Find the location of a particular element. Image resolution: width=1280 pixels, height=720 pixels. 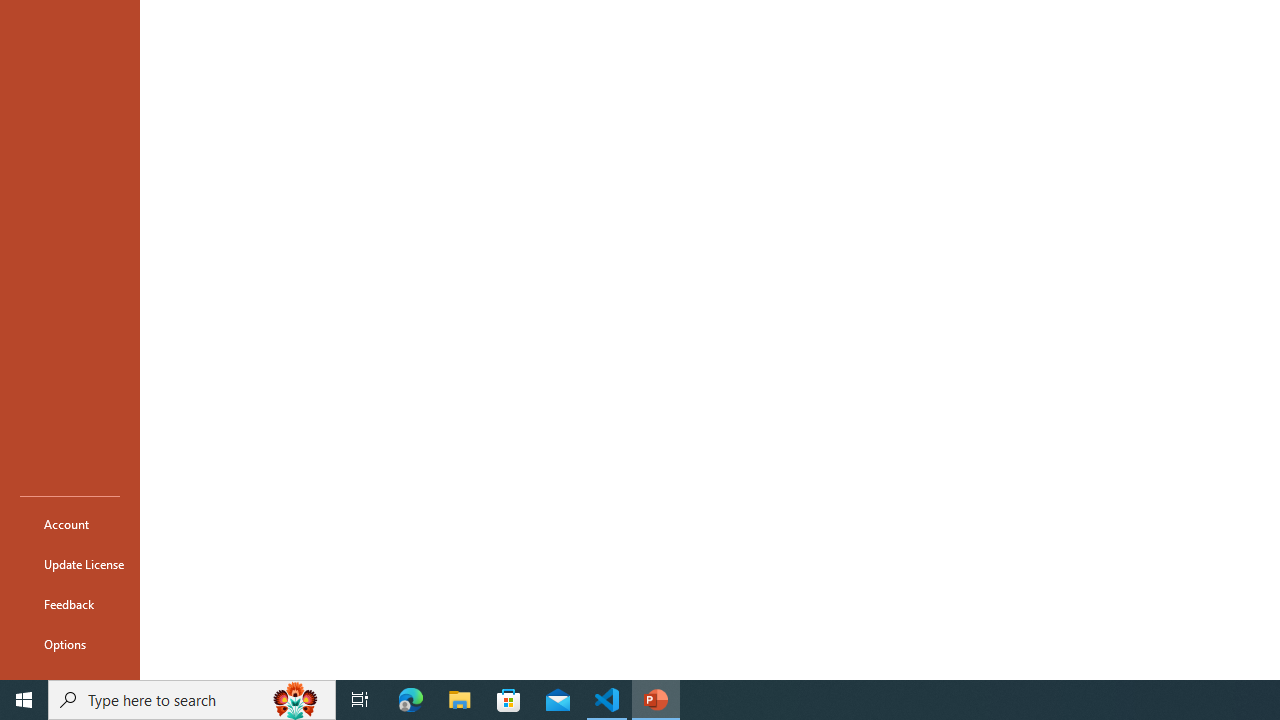

'Feedback' is located at coordinates (69, 603).